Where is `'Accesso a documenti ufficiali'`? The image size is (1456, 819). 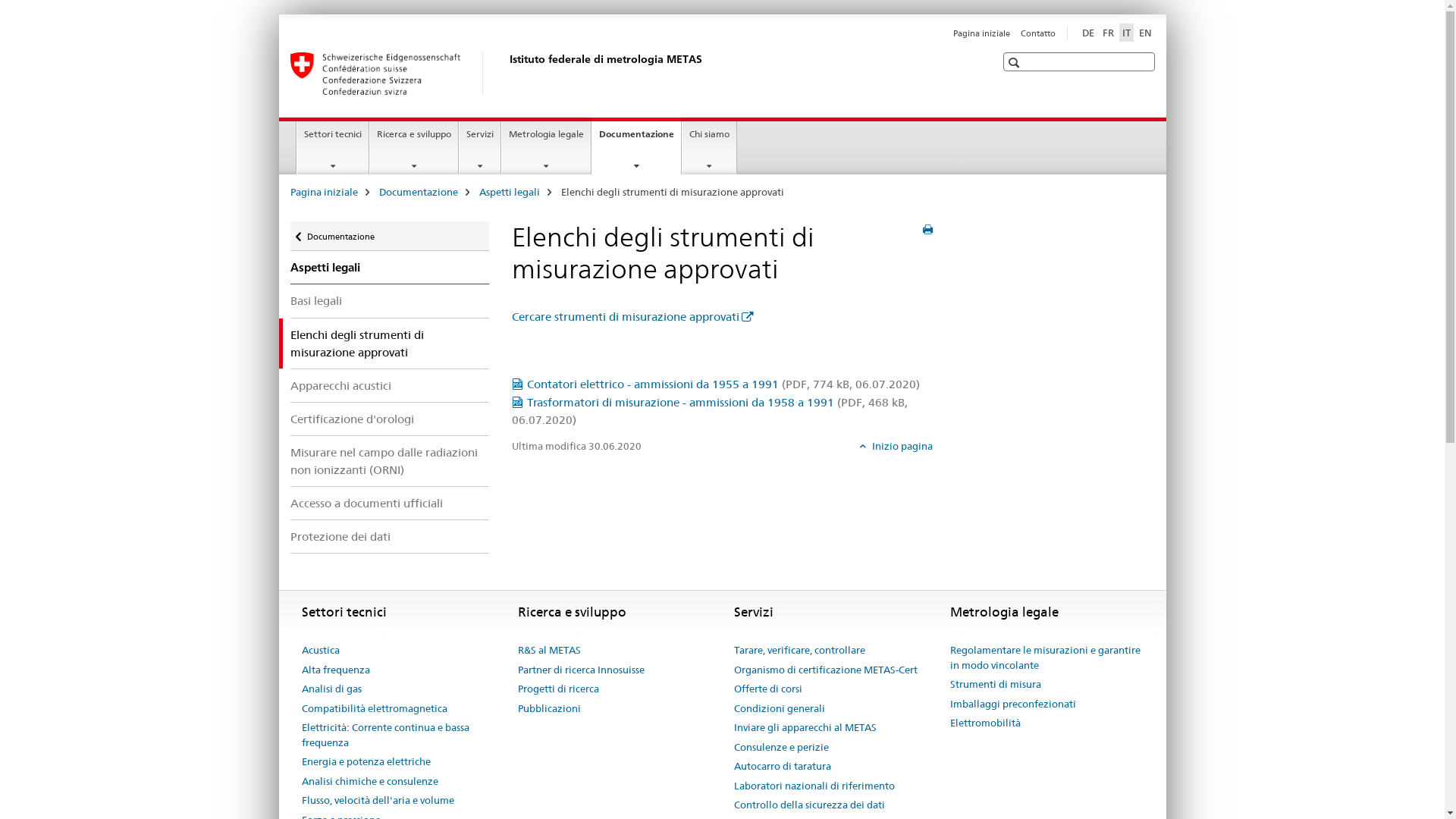
'Accesso a documenti ufficiali' is located at coordinates (389, 503).